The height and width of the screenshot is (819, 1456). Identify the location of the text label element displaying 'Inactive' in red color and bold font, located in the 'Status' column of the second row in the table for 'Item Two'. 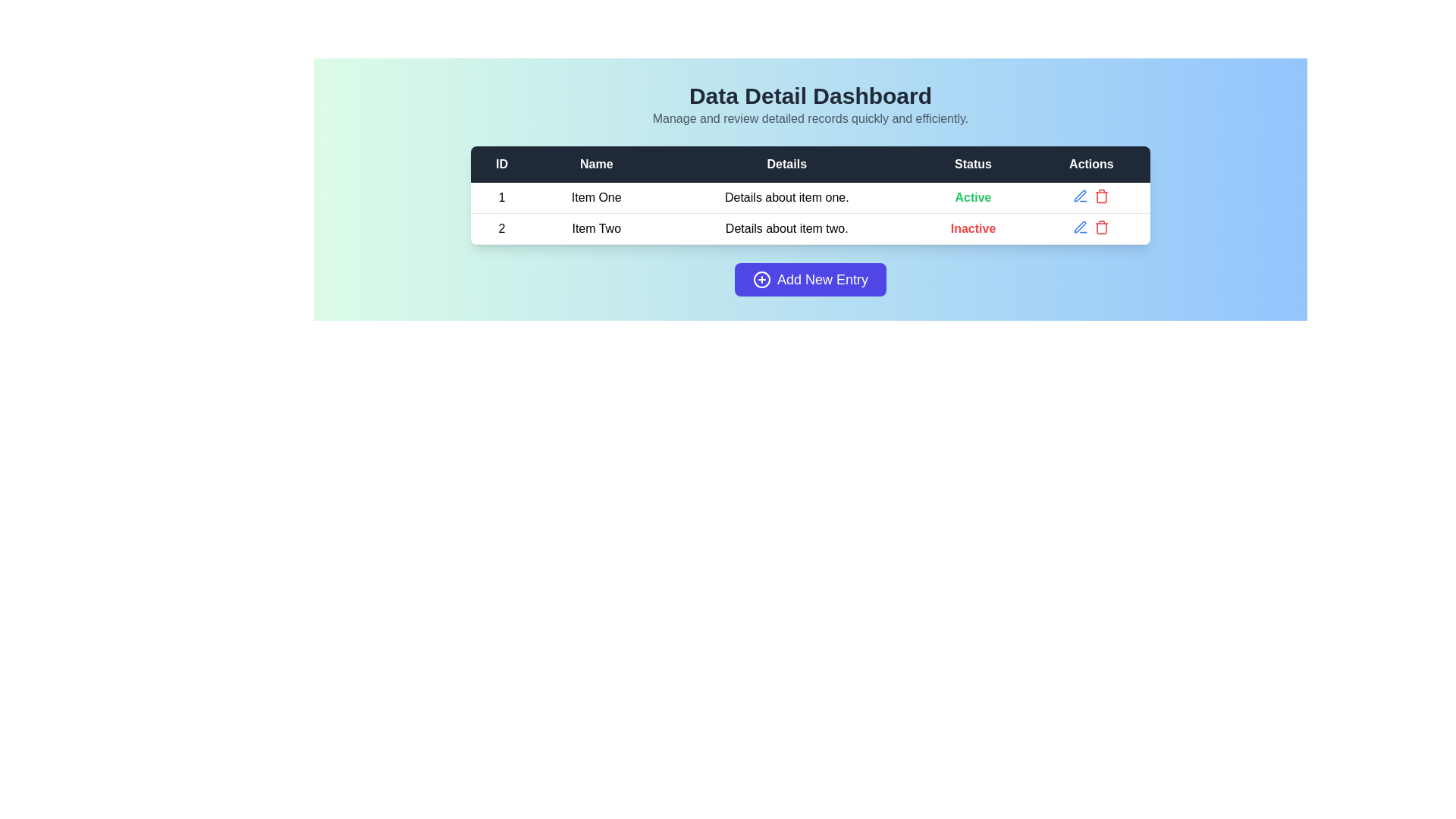
(973, 228).